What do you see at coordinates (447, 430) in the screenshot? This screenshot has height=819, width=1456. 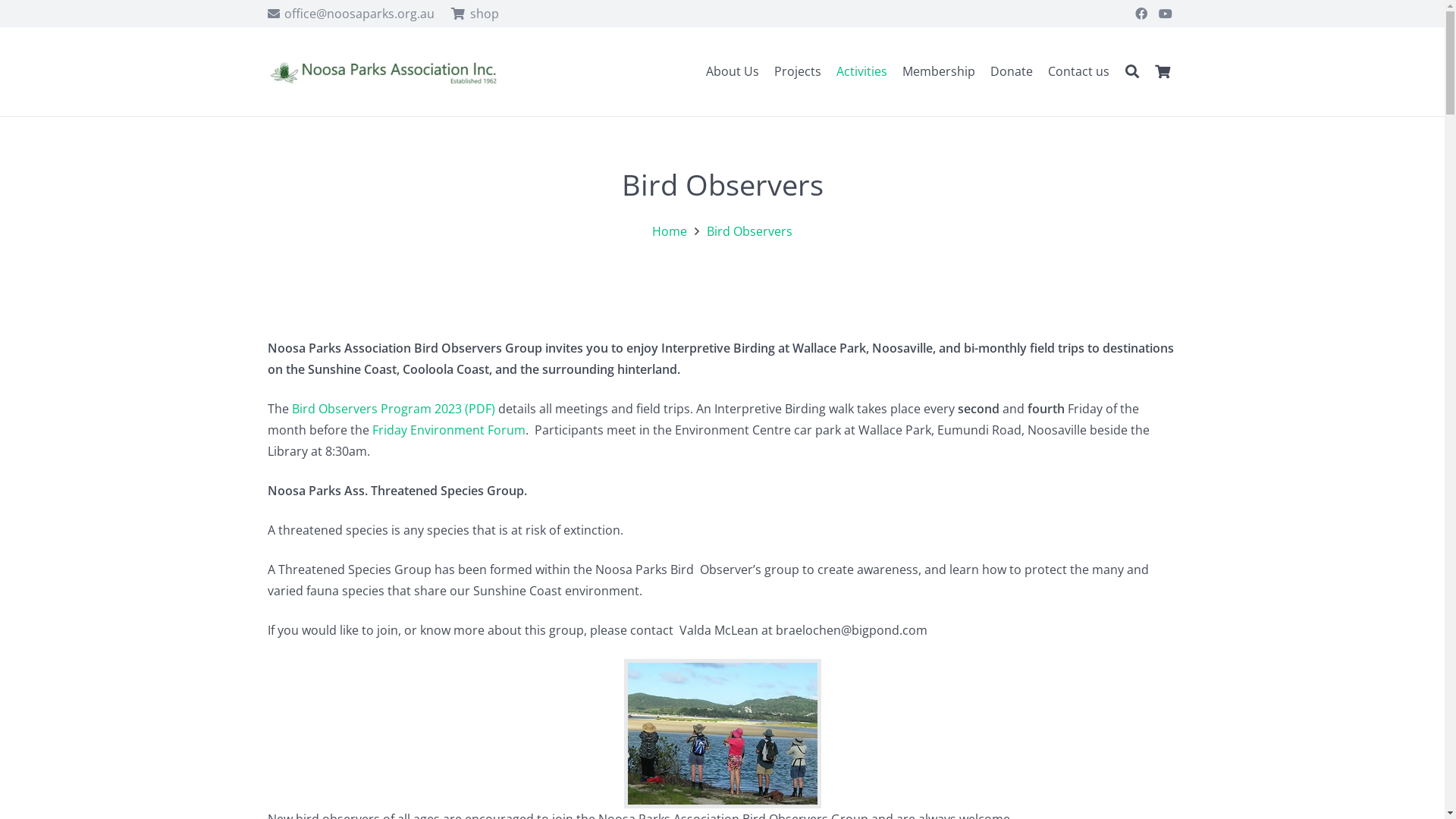 I see `'Friday Environment Forum'` at bounding box center [447, 430].